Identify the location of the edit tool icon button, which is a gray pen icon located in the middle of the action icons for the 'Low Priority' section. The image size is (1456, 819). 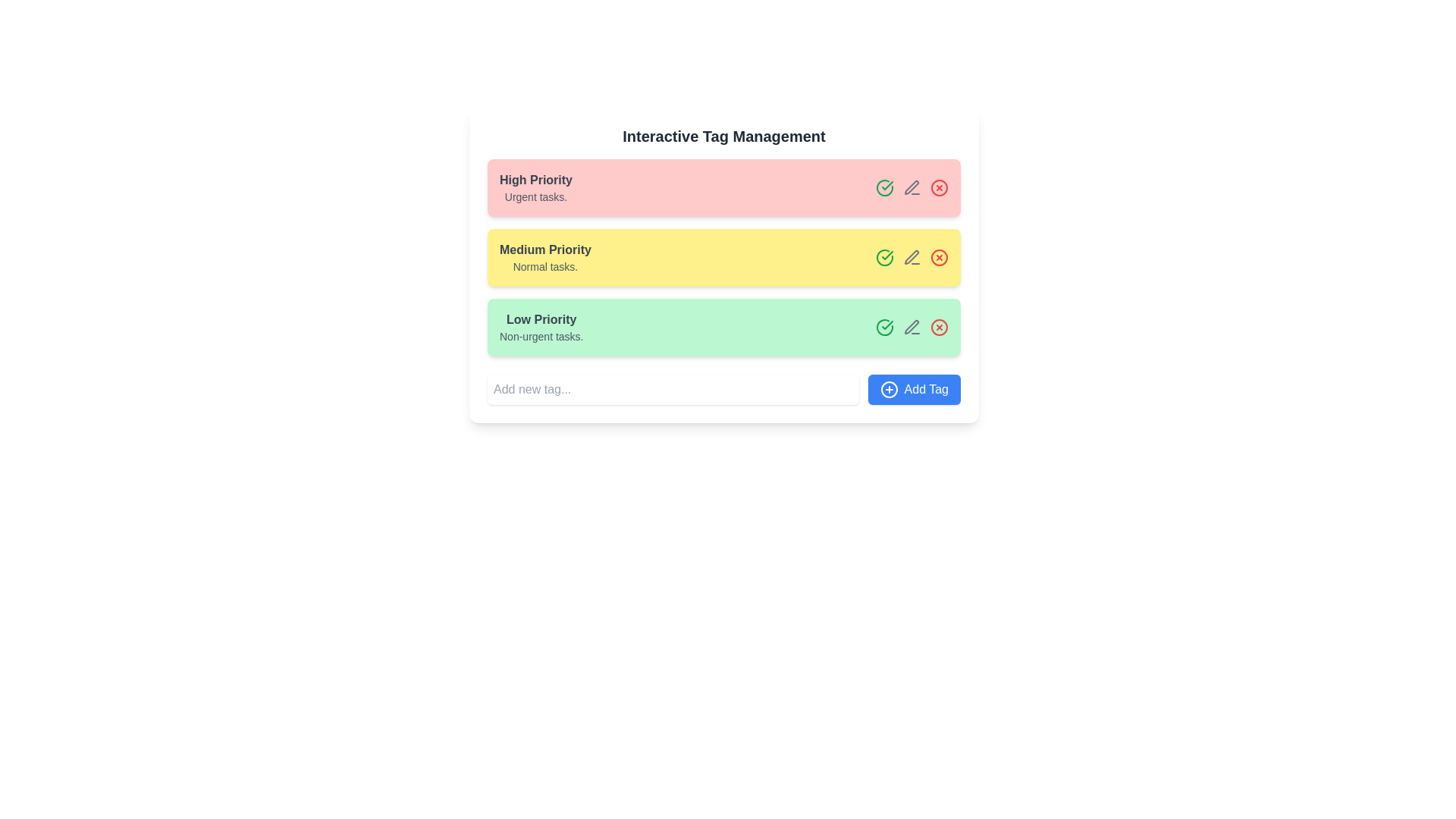
(912, 327).